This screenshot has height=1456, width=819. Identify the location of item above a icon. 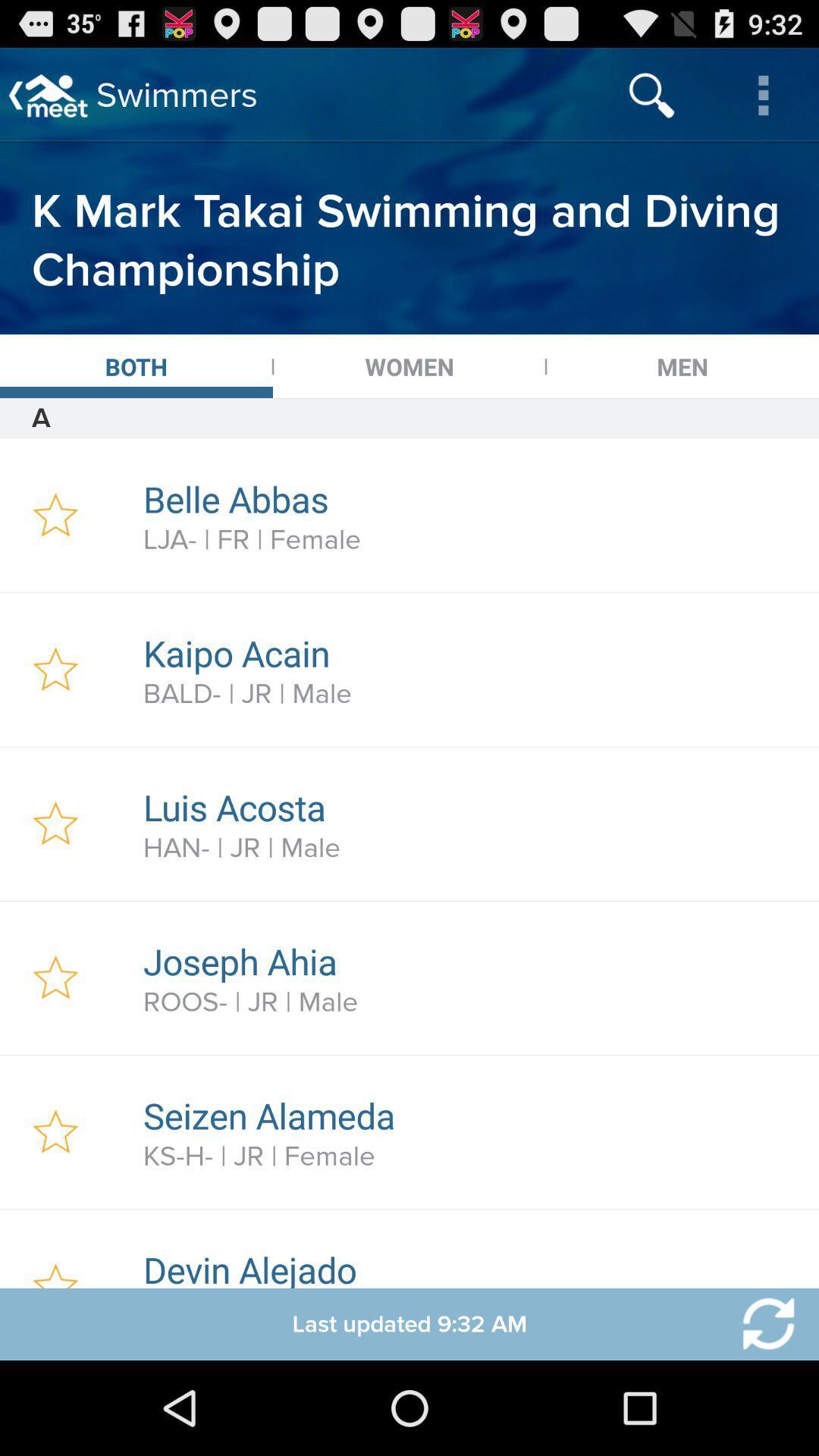
(681, 366).